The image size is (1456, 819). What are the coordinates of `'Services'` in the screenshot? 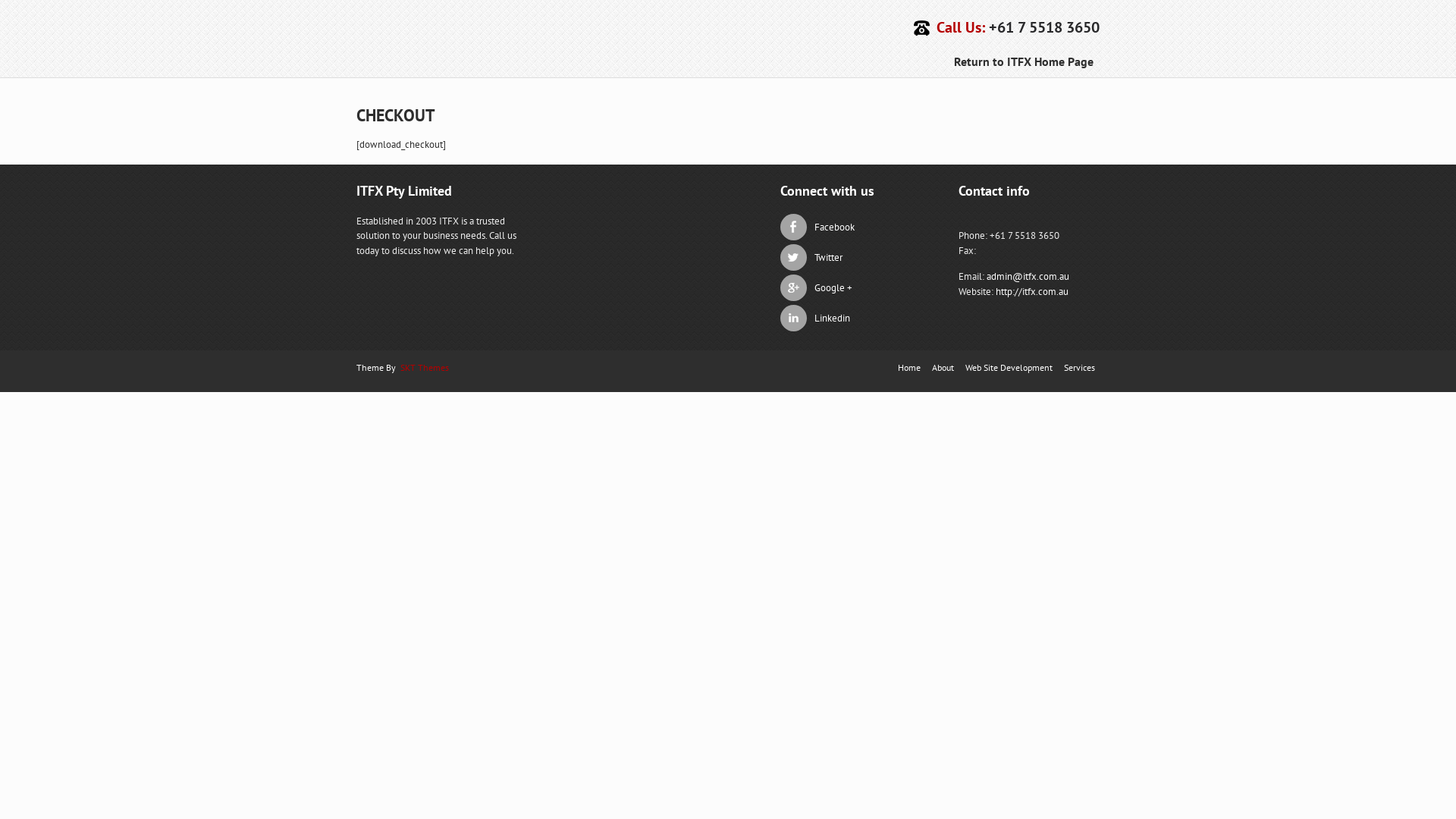 It's located at (1078, 366).